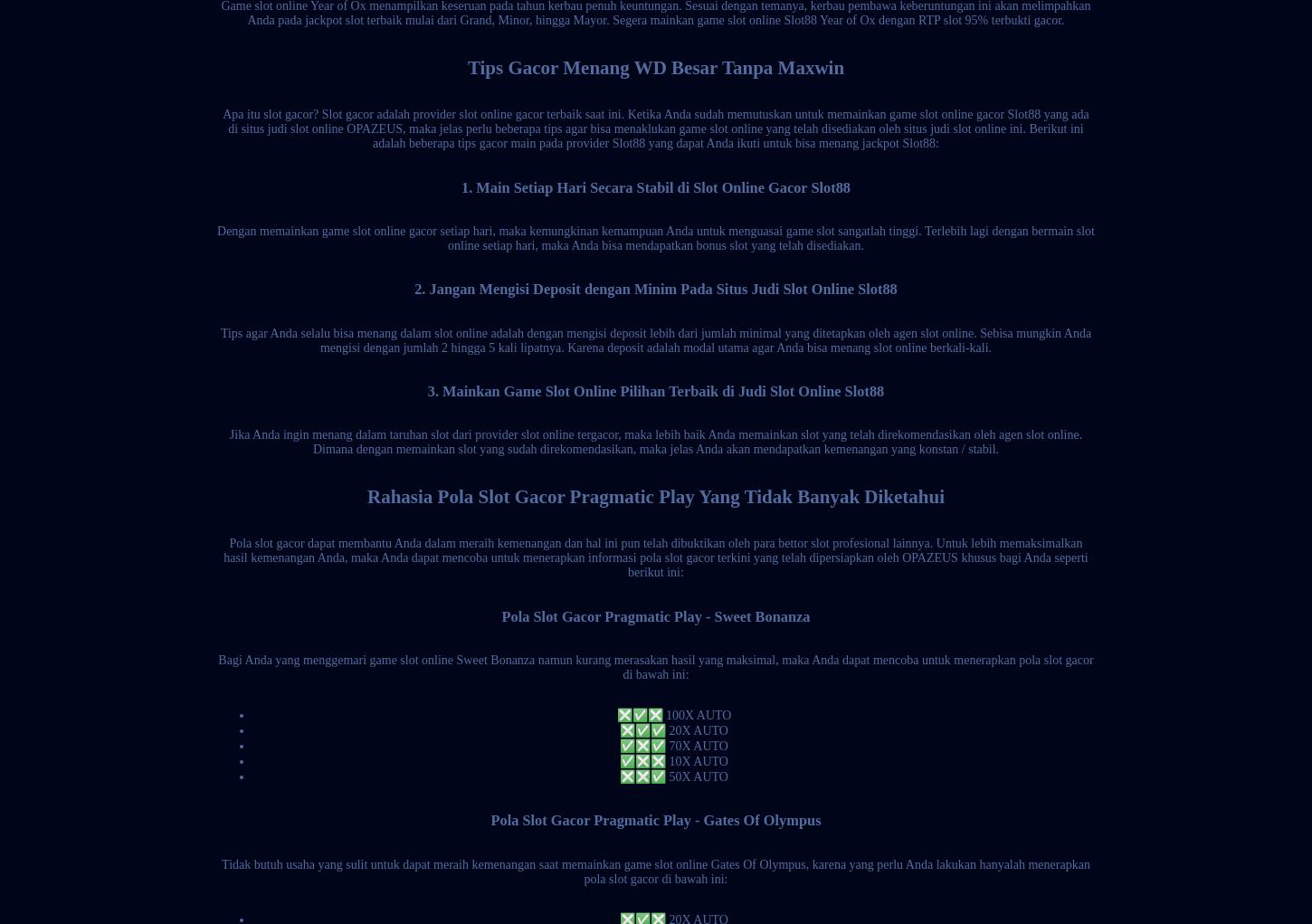 This screenshot has height=924, width=1312. I want to click on 'Pola Slot Gacor Pragmatic Play - Sweet Bonanza', so click(654, 615).